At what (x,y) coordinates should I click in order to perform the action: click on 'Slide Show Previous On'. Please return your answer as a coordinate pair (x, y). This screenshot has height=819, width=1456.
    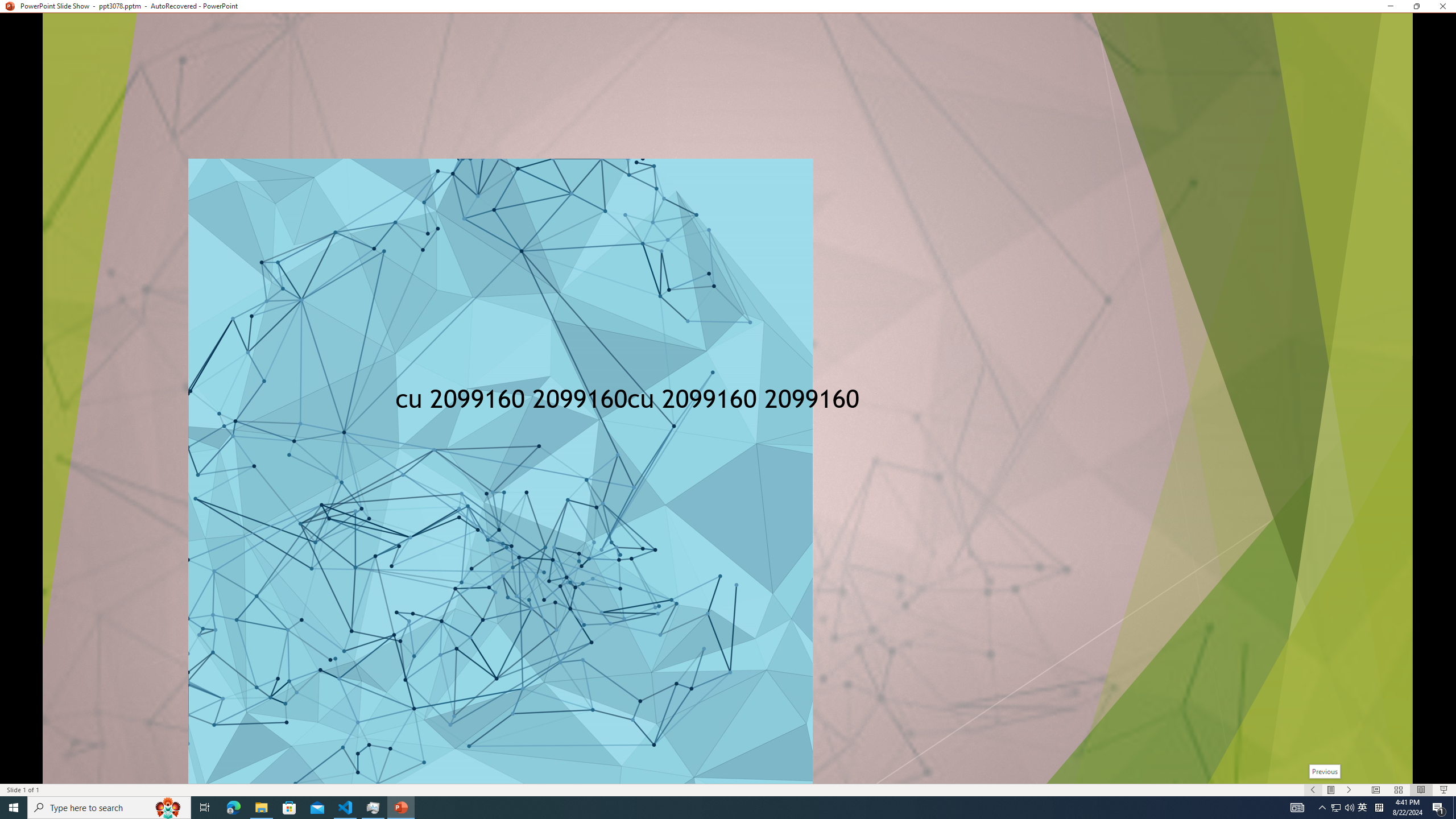
    Looking at the image, I should click on (1313, 790).